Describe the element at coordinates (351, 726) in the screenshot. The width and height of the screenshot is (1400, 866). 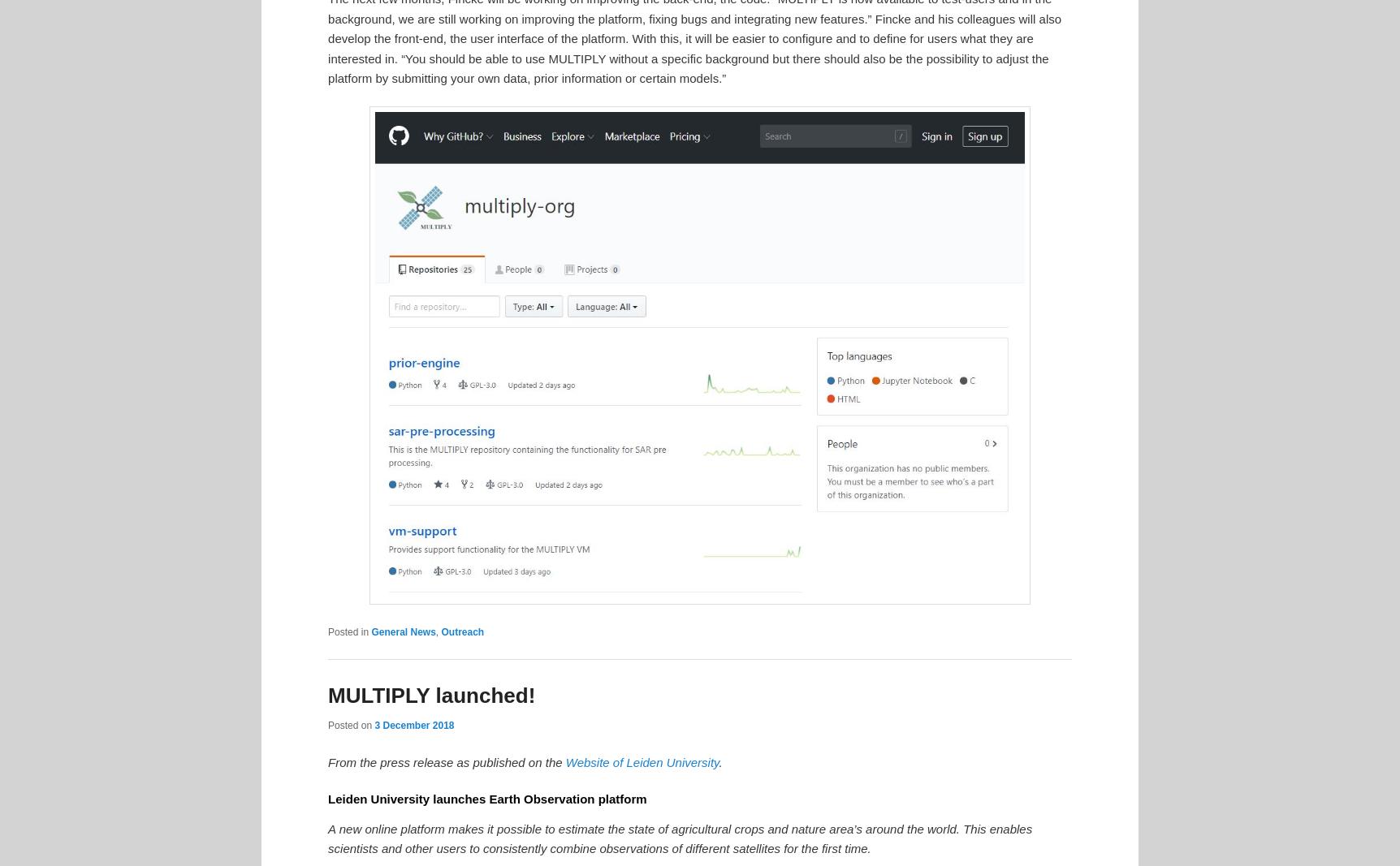
I see `'Posted on'` at that location.